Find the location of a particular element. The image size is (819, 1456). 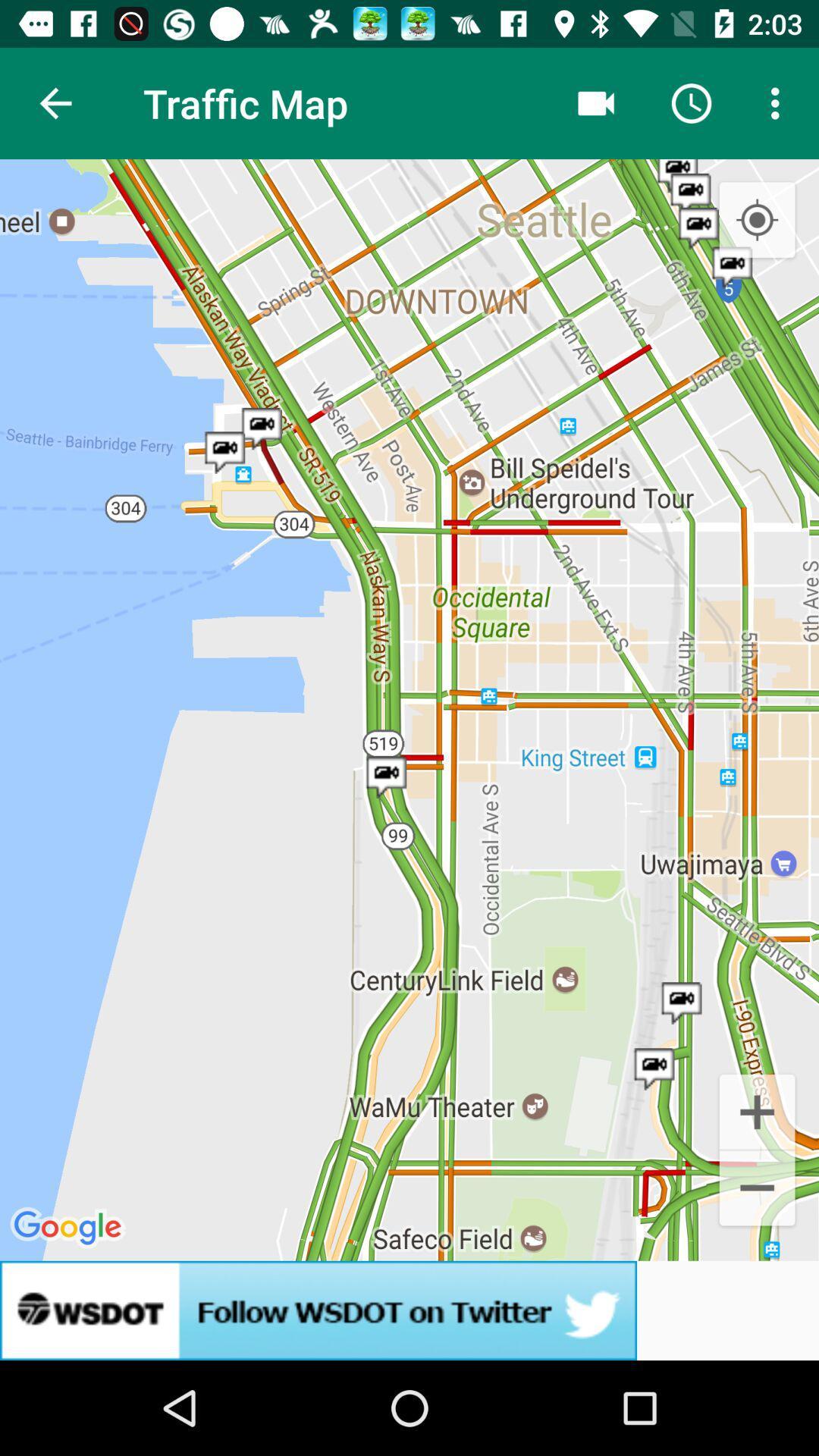

the minus icon is located at coordinates (757, 1189).